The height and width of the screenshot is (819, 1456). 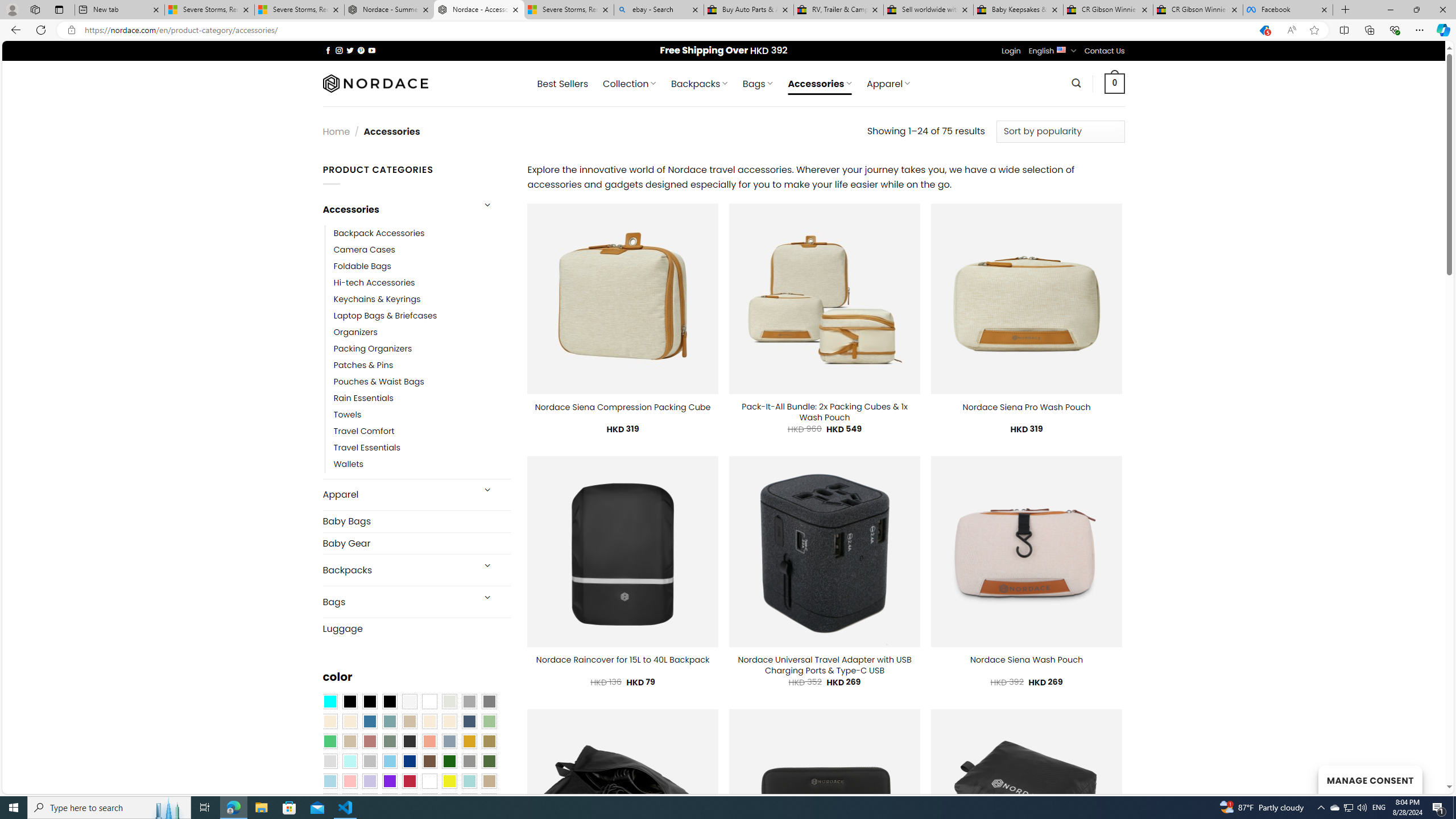 What do you see at coordinates (416, 543) in the screenshot?
I see `'Baby Gear'` at bounding box center [416, 543].